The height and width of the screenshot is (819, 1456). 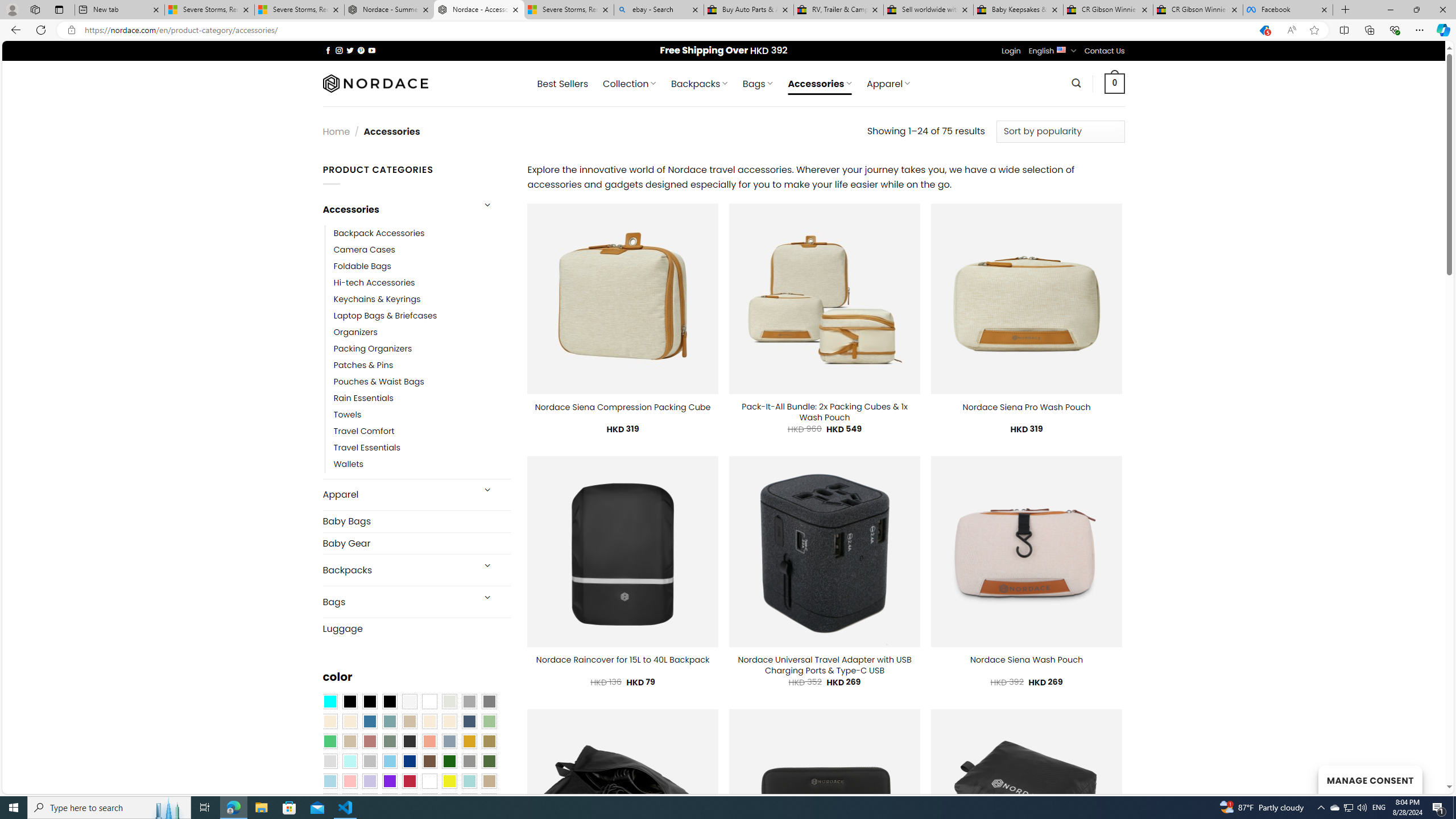 What do you see at coordinates (416, 543) in the screenshot?
I see `'Baby Gear'` at bounding box center [416, 543].